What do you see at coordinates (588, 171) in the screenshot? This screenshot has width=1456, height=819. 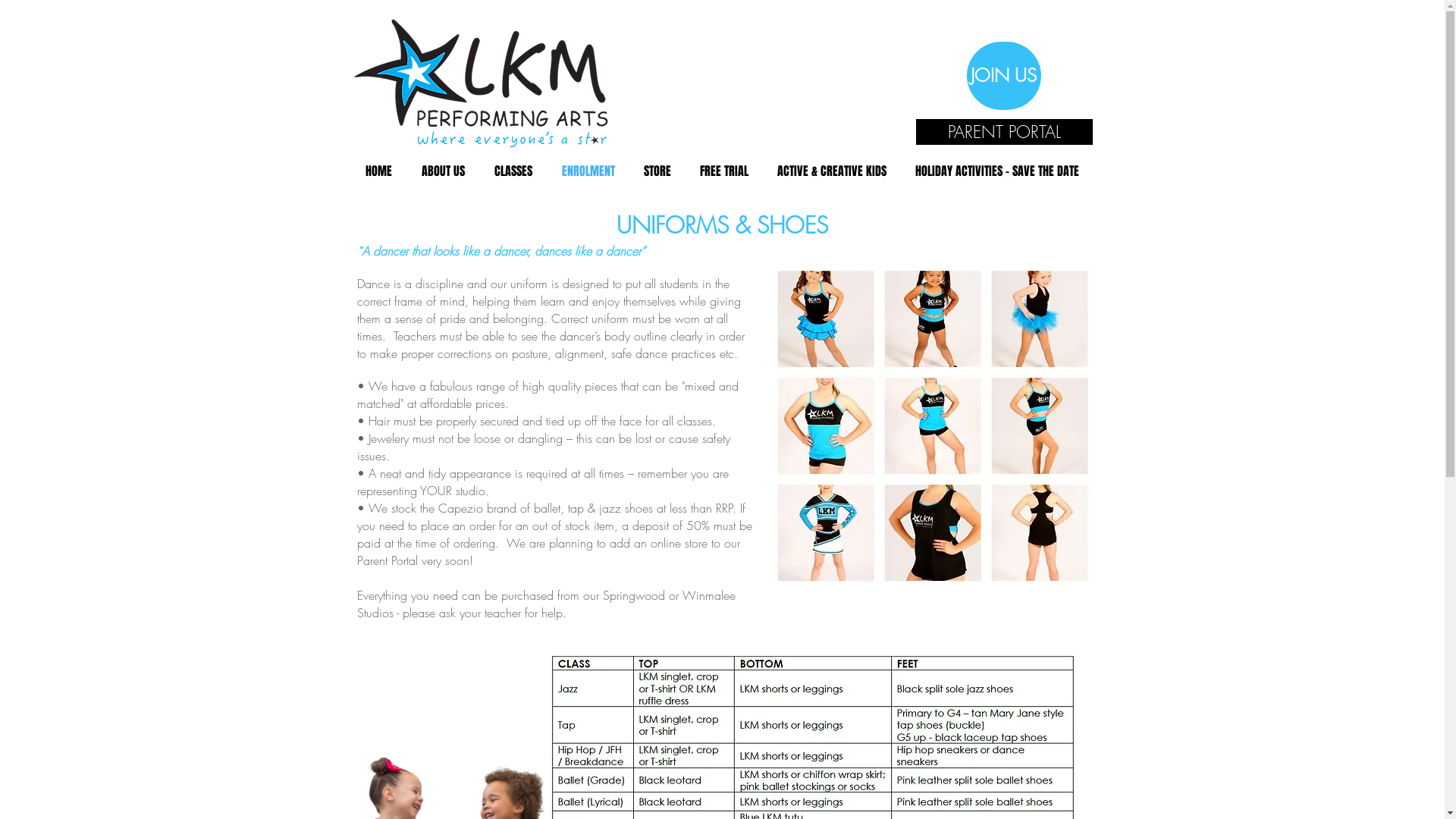 I see `'ENROLMENT'` at bounding box center [588, 171].